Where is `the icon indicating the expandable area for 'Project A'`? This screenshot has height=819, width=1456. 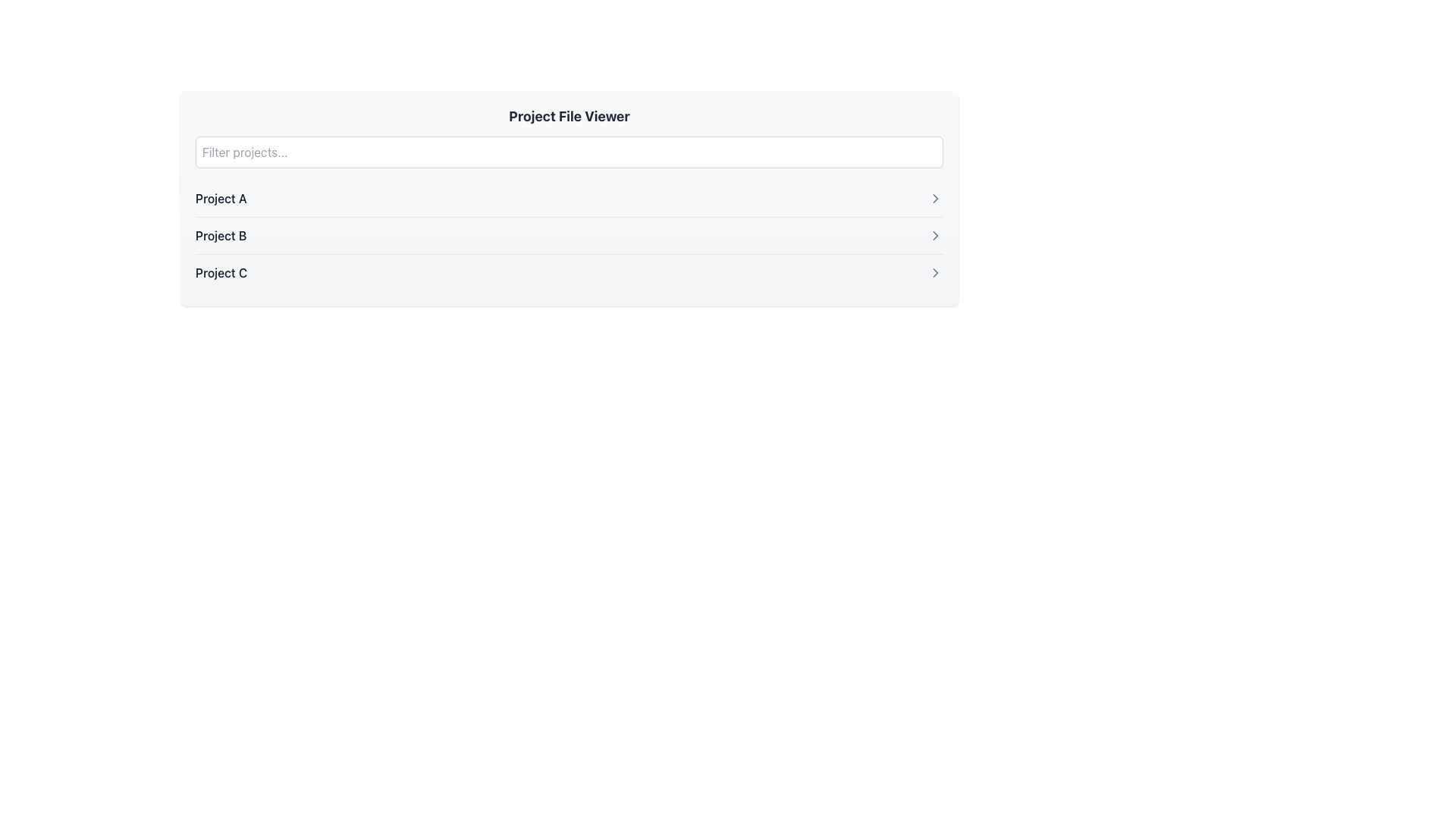
the icon indicating the expandable area for 'Project A' is located at coordinates (934, 198).